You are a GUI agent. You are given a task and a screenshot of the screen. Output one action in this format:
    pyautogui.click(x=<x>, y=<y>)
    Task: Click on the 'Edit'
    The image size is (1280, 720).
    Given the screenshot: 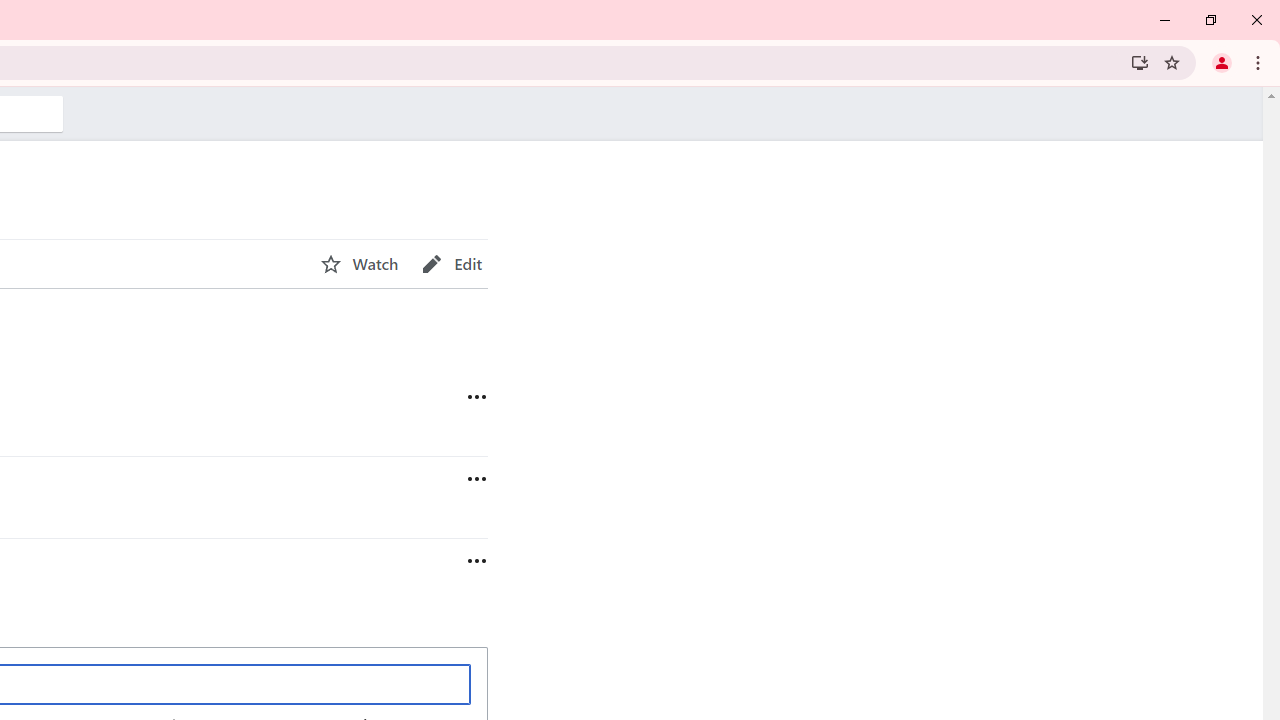 What is the action you would take?
    pyautogui.click(x=451, y=263)
    